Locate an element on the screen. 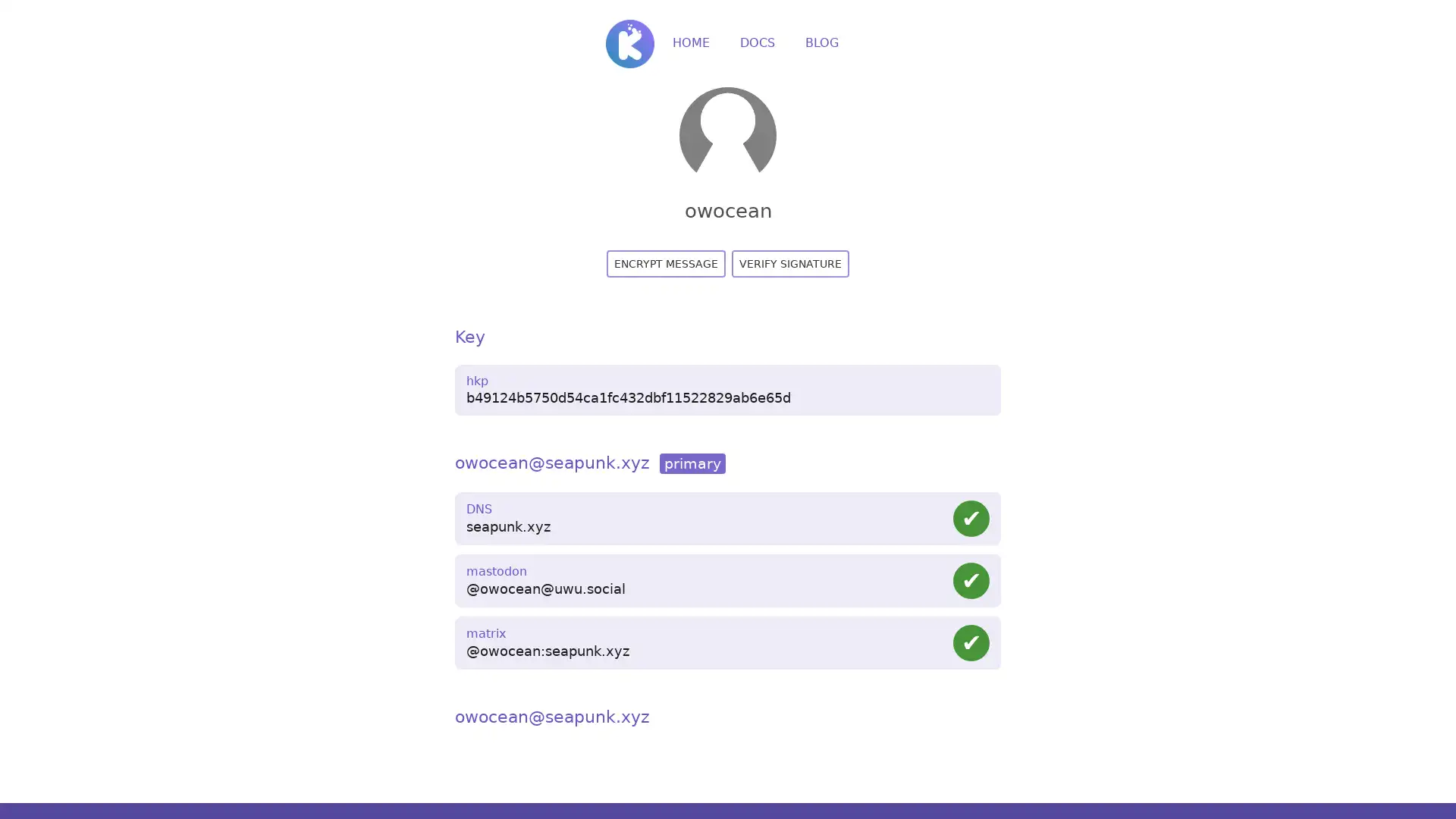 Image resolution: width=1456 pixels, height=819 pixels. ENCRYPT MESSAGE is located at coordinates (666, 262).